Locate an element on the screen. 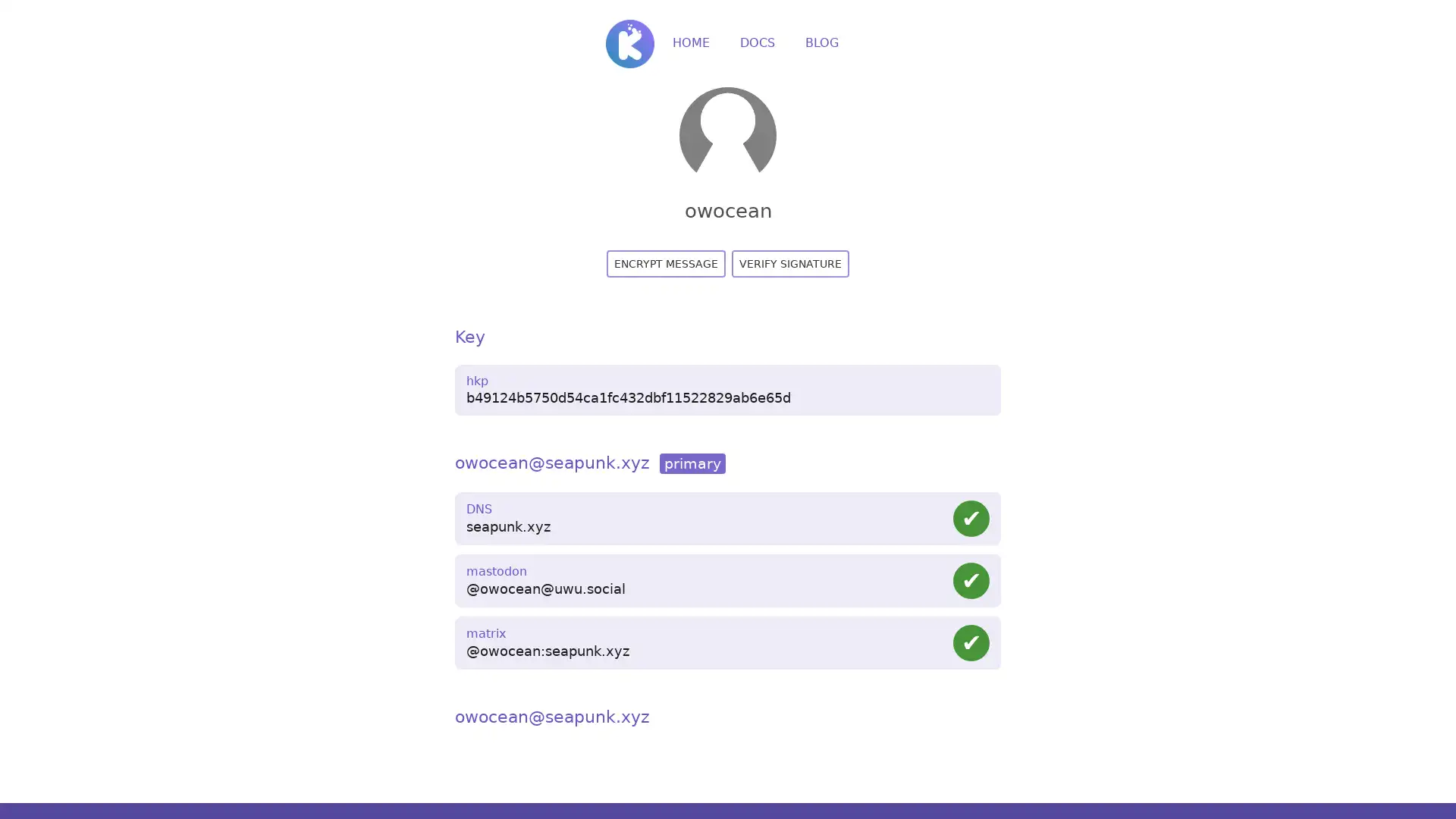 Image resolution: width=1456 pixels, height=819 pixels. ENCRYPT MESSAGE is located at coordinates (666, 262).